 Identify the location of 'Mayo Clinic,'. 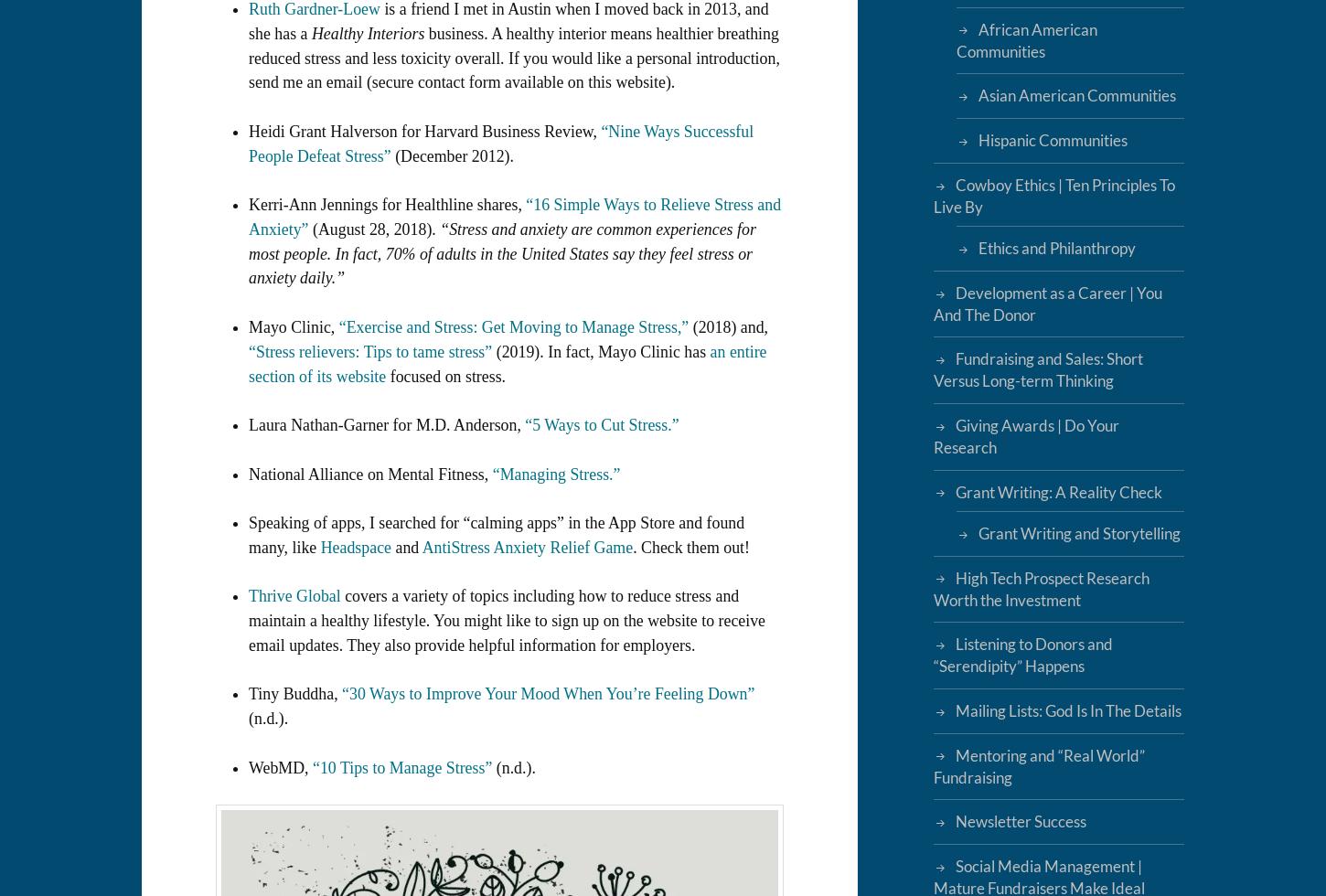
(294, 326).